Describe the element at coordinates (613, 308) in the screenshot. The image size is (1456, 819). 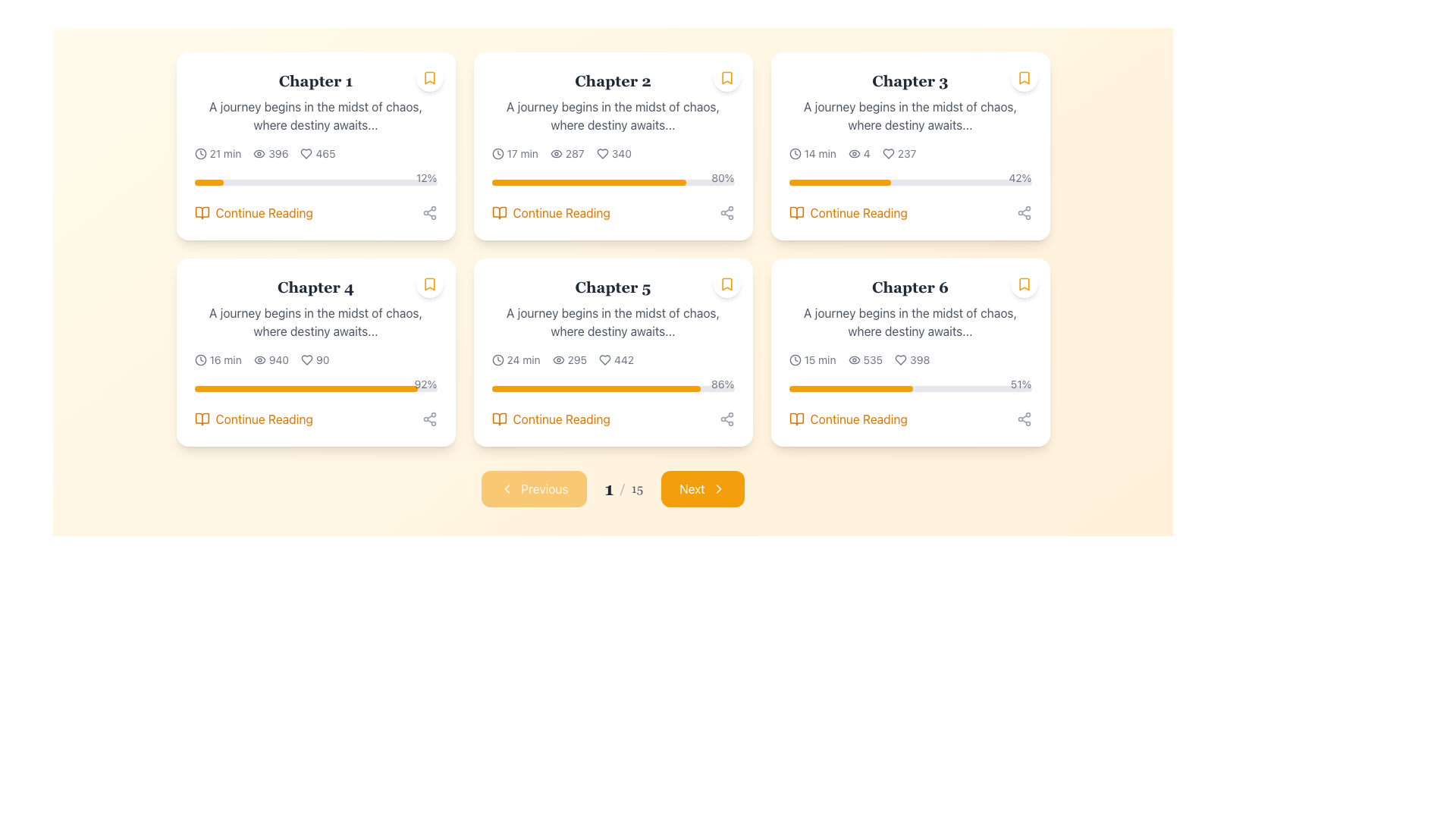
I see `the text block that serves as the title and description of Chapter 5, which is the primary visual focus of the card located in the second row and second column of the grid` at that location.